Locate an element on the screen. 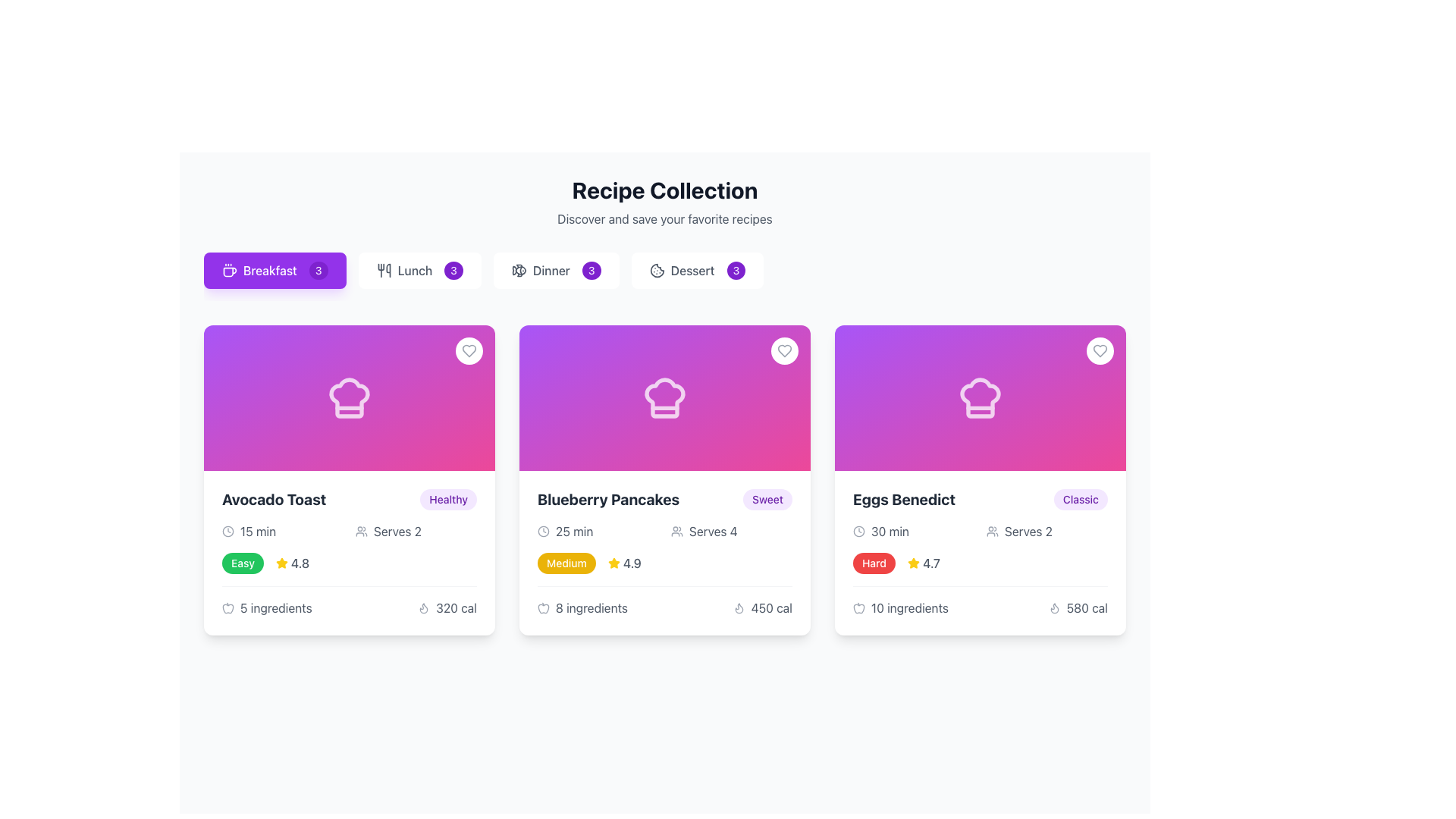  the content of the label indicating the category of the recipe 'Blueberry Pancakes', which suggests it belongs to a 'Sweet' classification is located at coordinates (767, 500).